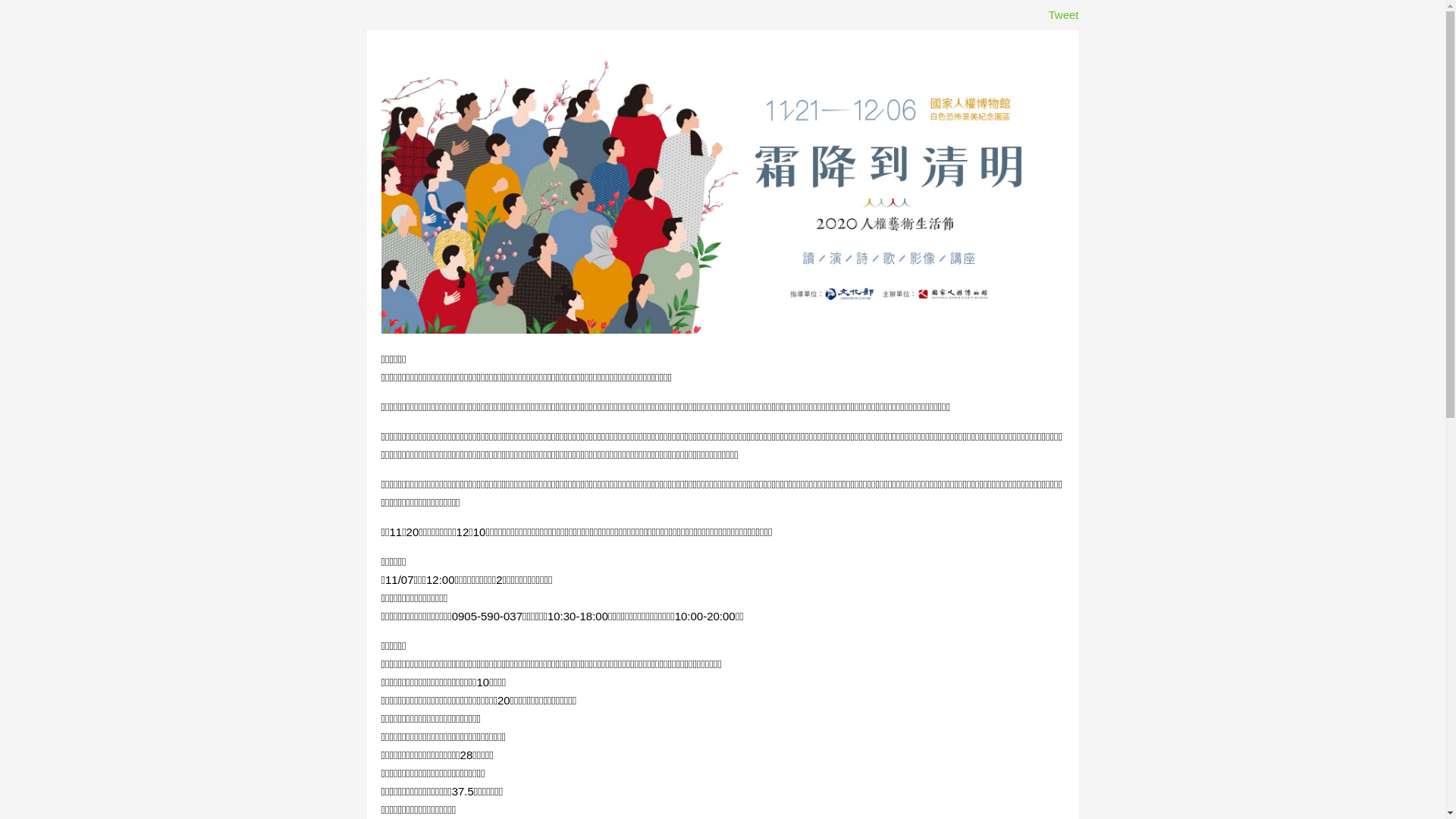  Describe the element at coordinates (1062, 14) in the screenshot. I see `'Tweet'` at that location.